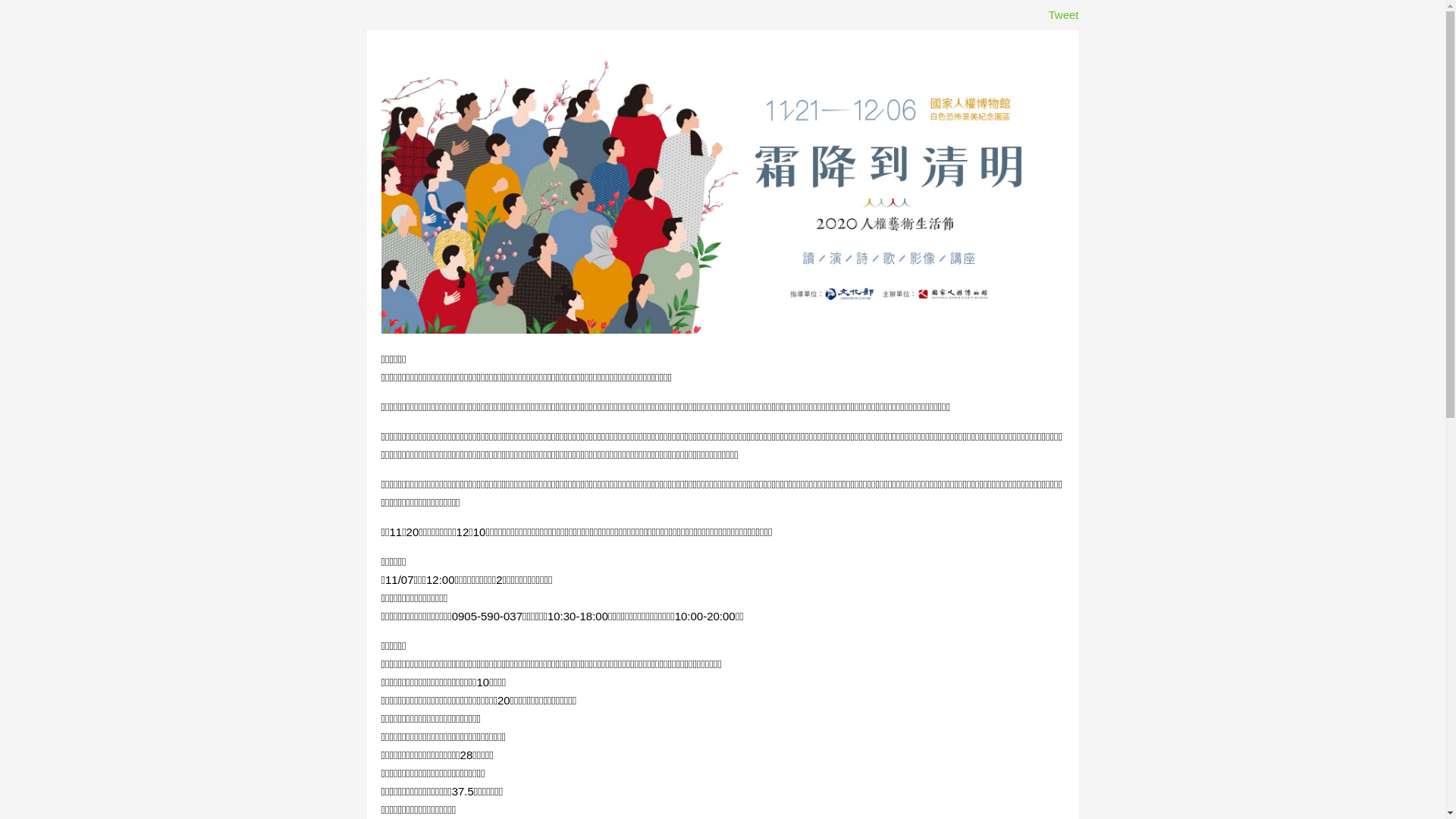  Describe the element at coordinates (1062, 14) in the screenshot. I see `'Tweet'` at that location.